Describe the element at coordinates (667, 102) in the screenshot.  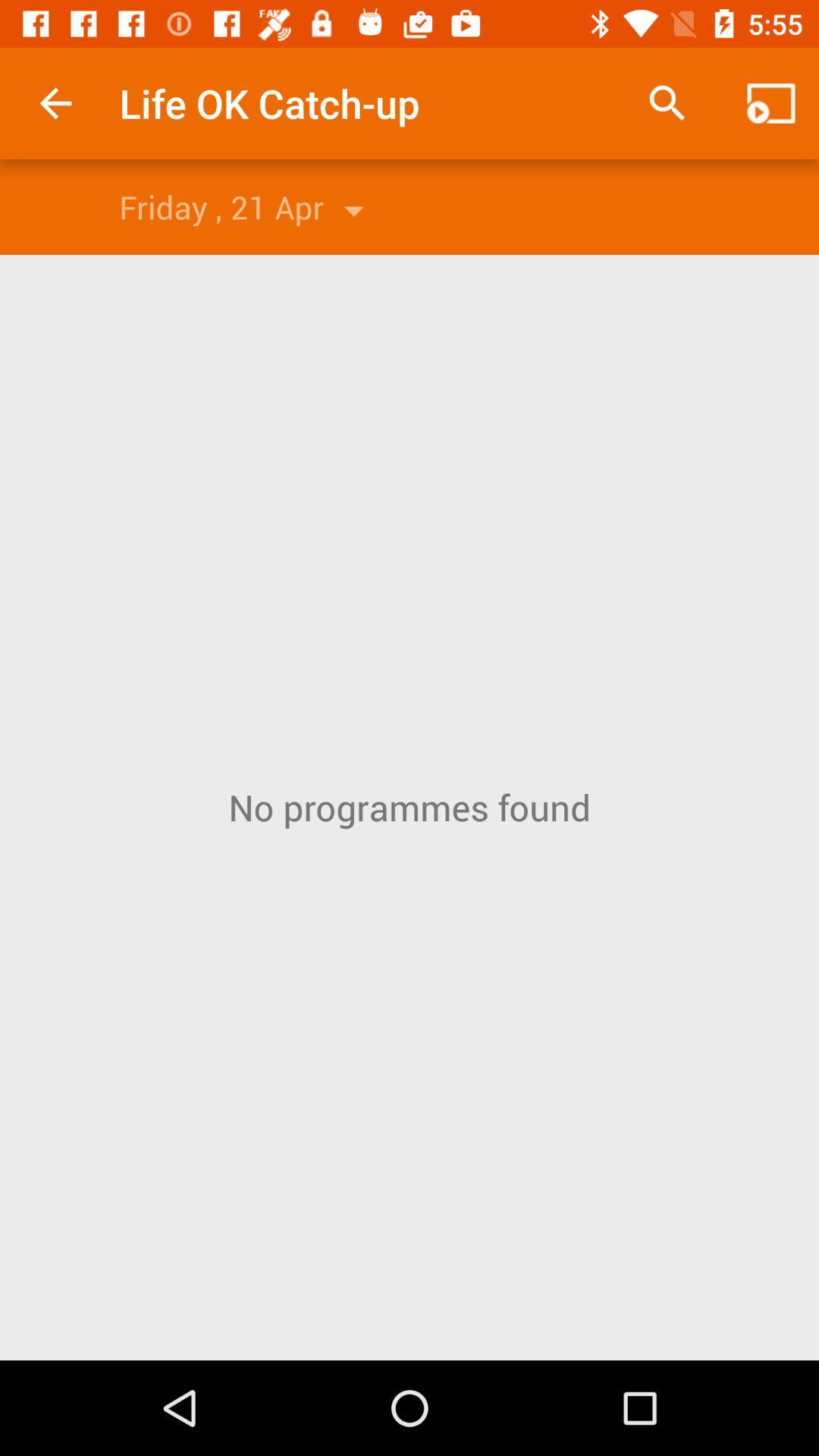
I see `the item next to life ok catch app` at that location.